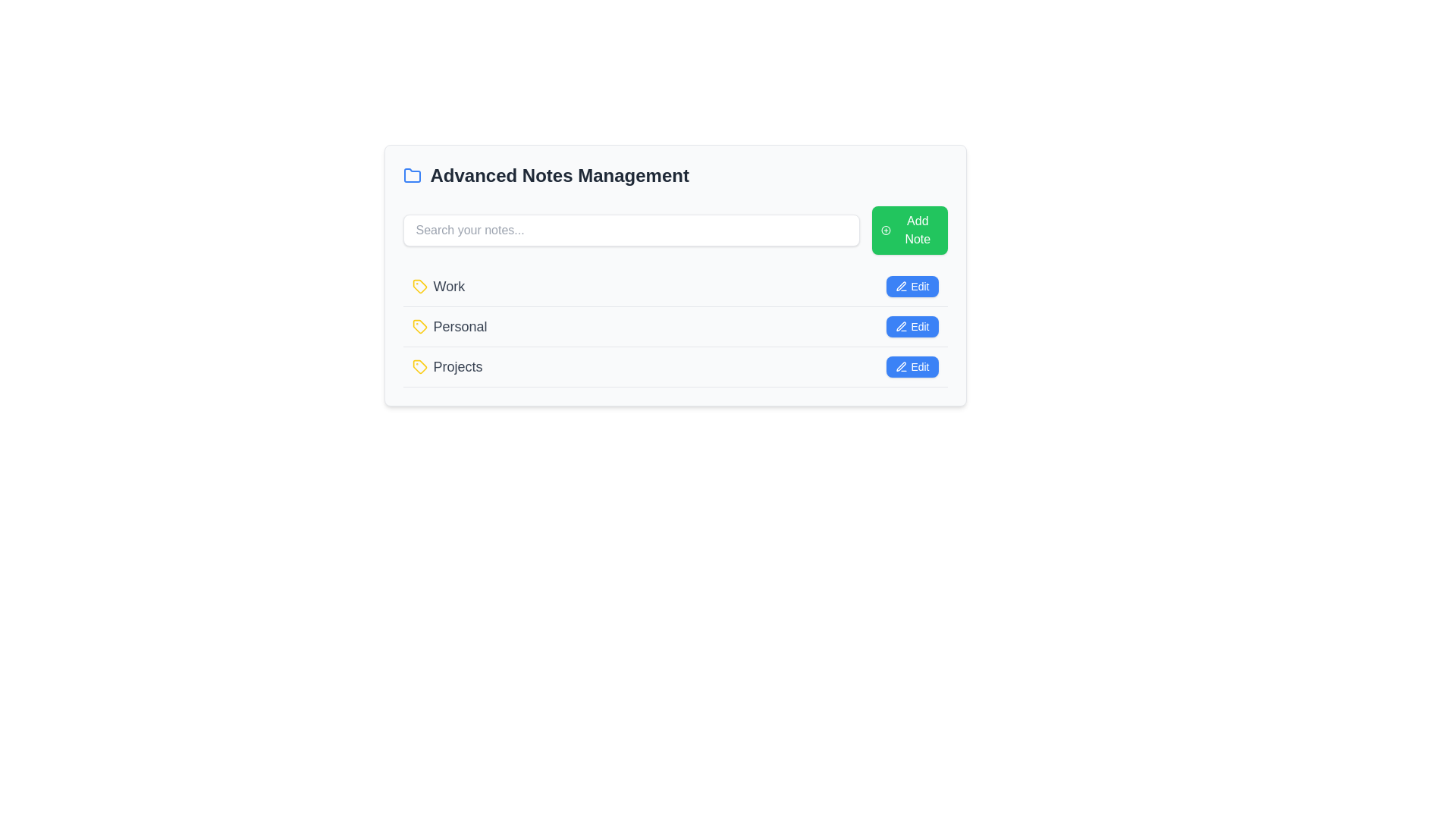 This screenshot has width=1456, height=819. Describe the element at coordinates (902, 287) in the screenshot. I see `the pen icon located to the left of the 'Edit' text within the button` at that location.